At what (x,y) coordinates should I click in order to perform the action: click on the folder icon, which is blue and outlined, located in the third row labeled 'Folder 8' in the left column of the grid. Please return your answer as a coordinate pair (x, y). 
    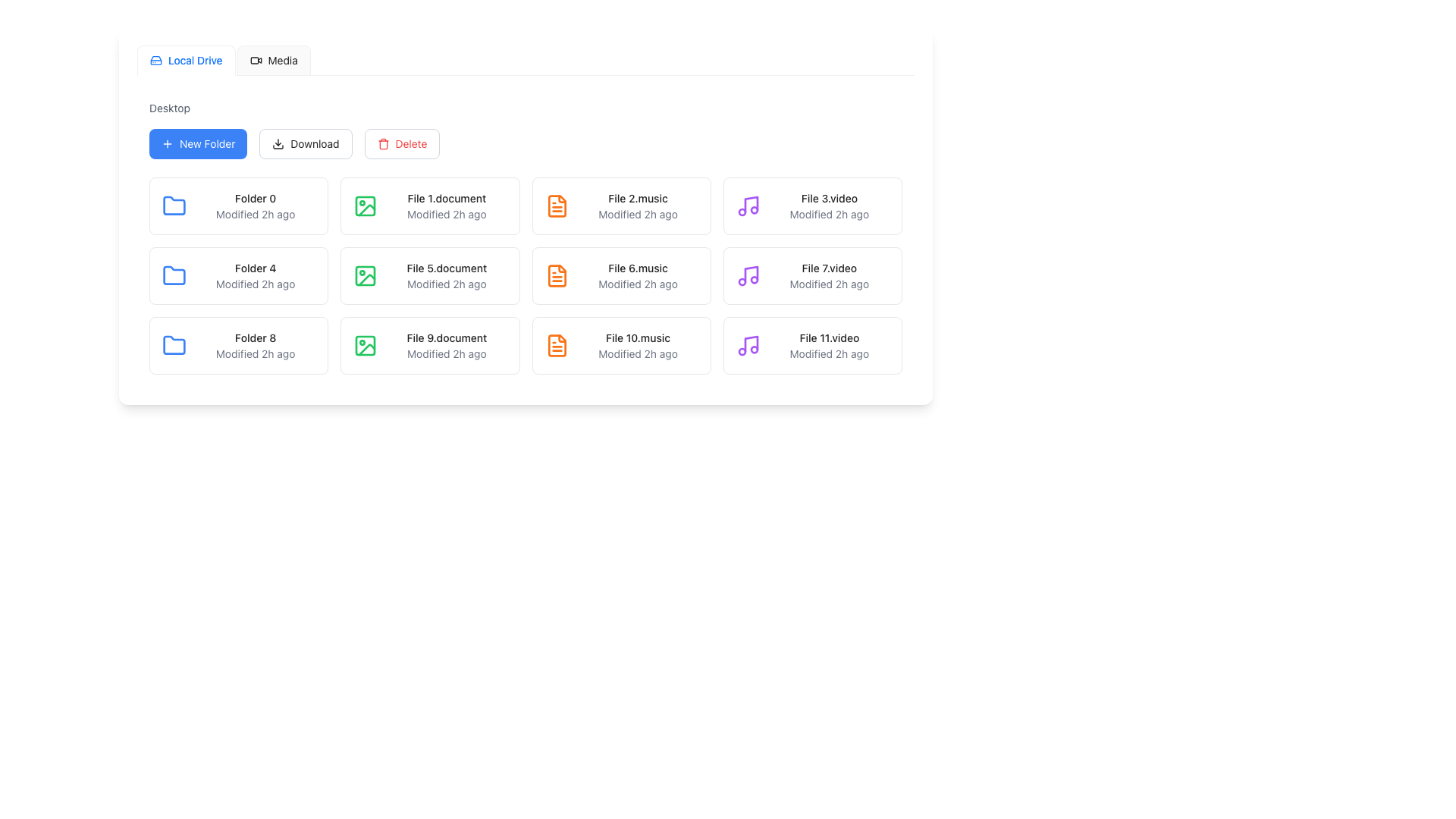
    Looking at the image, I should click on (174, 345).